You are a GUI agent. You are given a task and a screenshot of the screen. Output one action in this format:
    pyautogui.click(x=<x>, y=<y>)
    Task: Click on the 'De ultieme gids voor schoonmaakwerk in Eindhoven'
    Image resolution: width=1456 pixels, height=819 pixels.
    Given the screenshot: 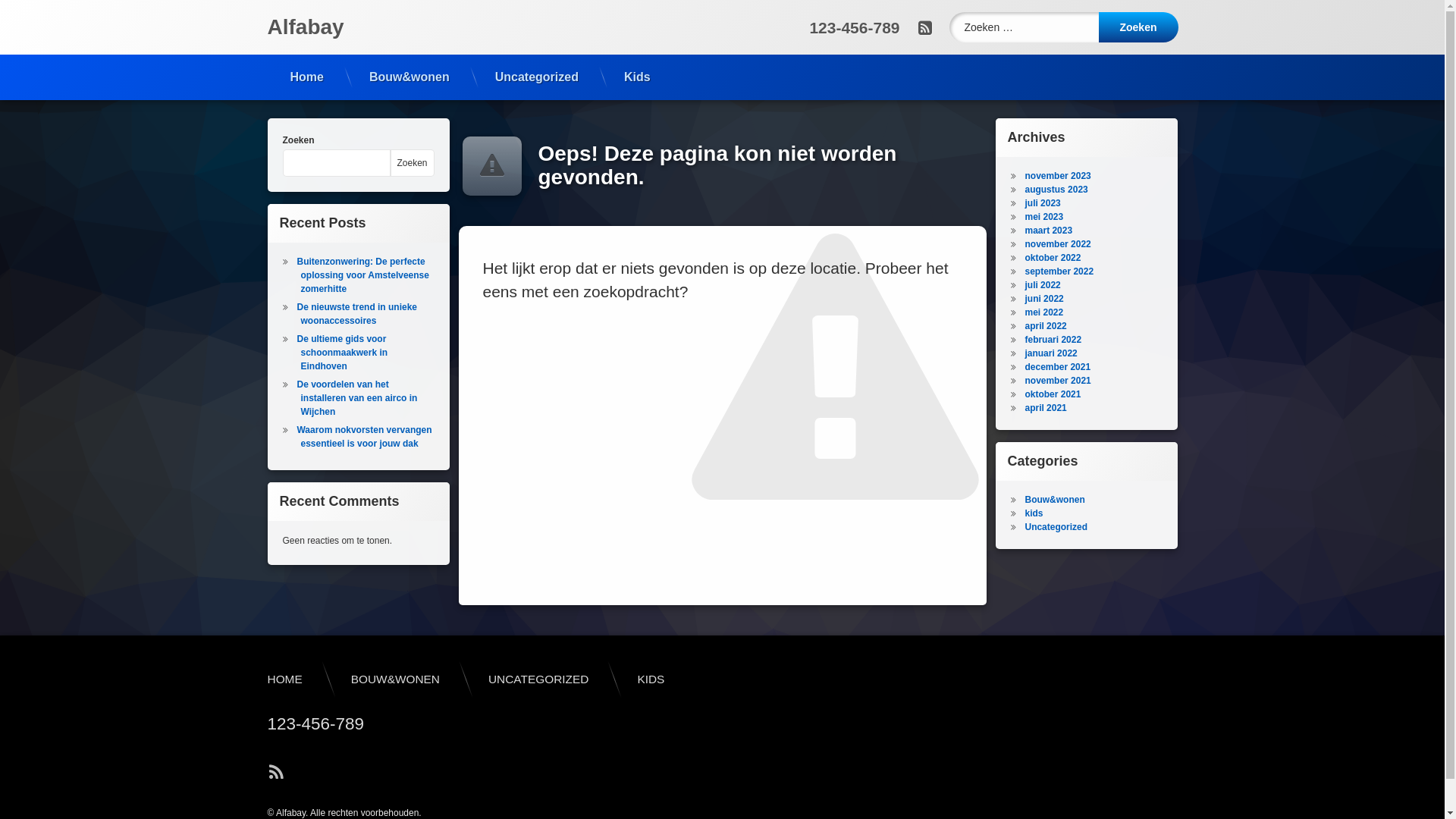 What is the action you would take?
    pyautogui.click(x=341, y=353)
    